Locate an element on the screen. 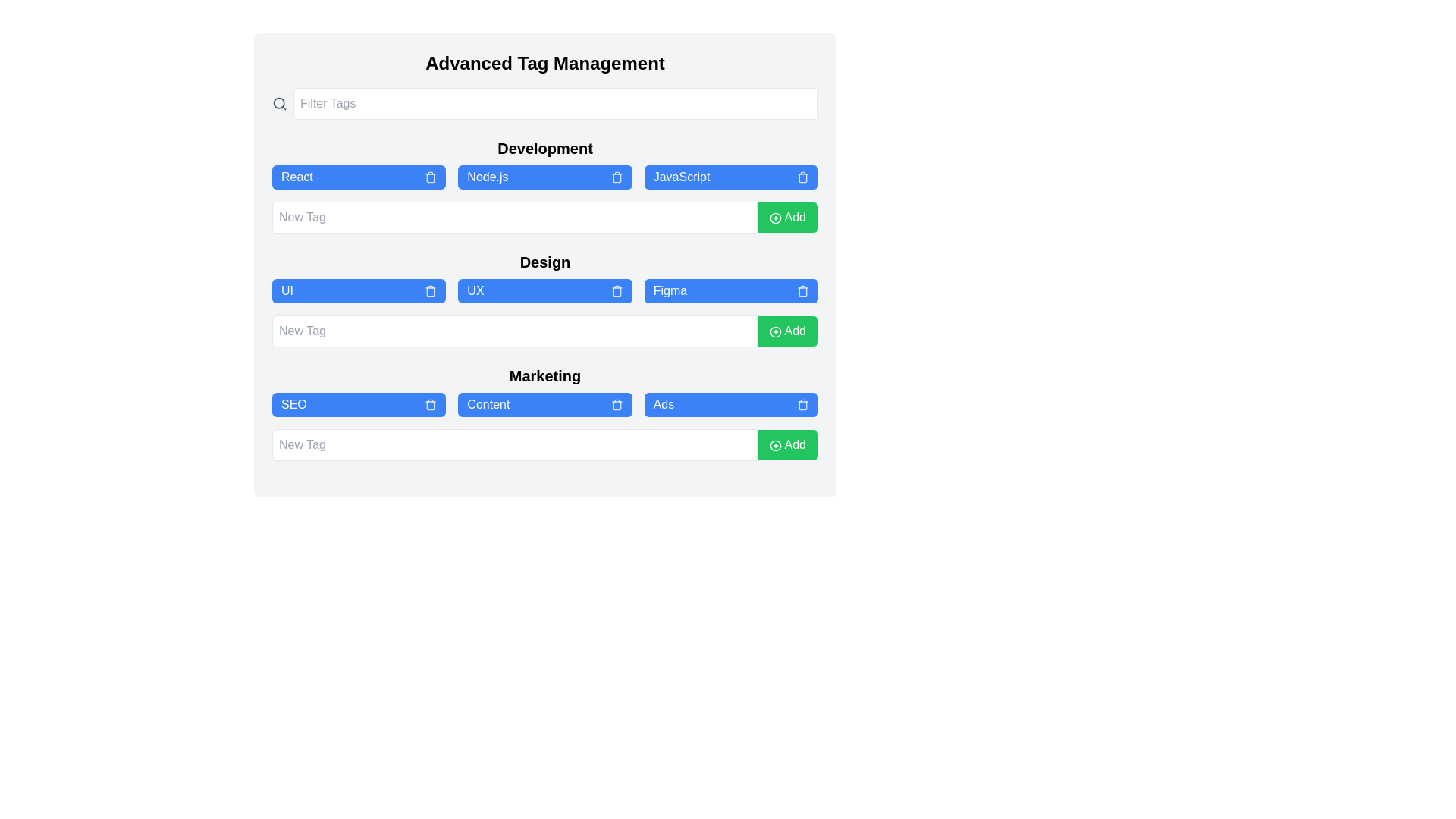 This screenshot has height=819, width=1456. the static text label displaying 'SEO' in white on a blue background, located in the 'Marketing' section of the interface is located at coordinates (293, 403).